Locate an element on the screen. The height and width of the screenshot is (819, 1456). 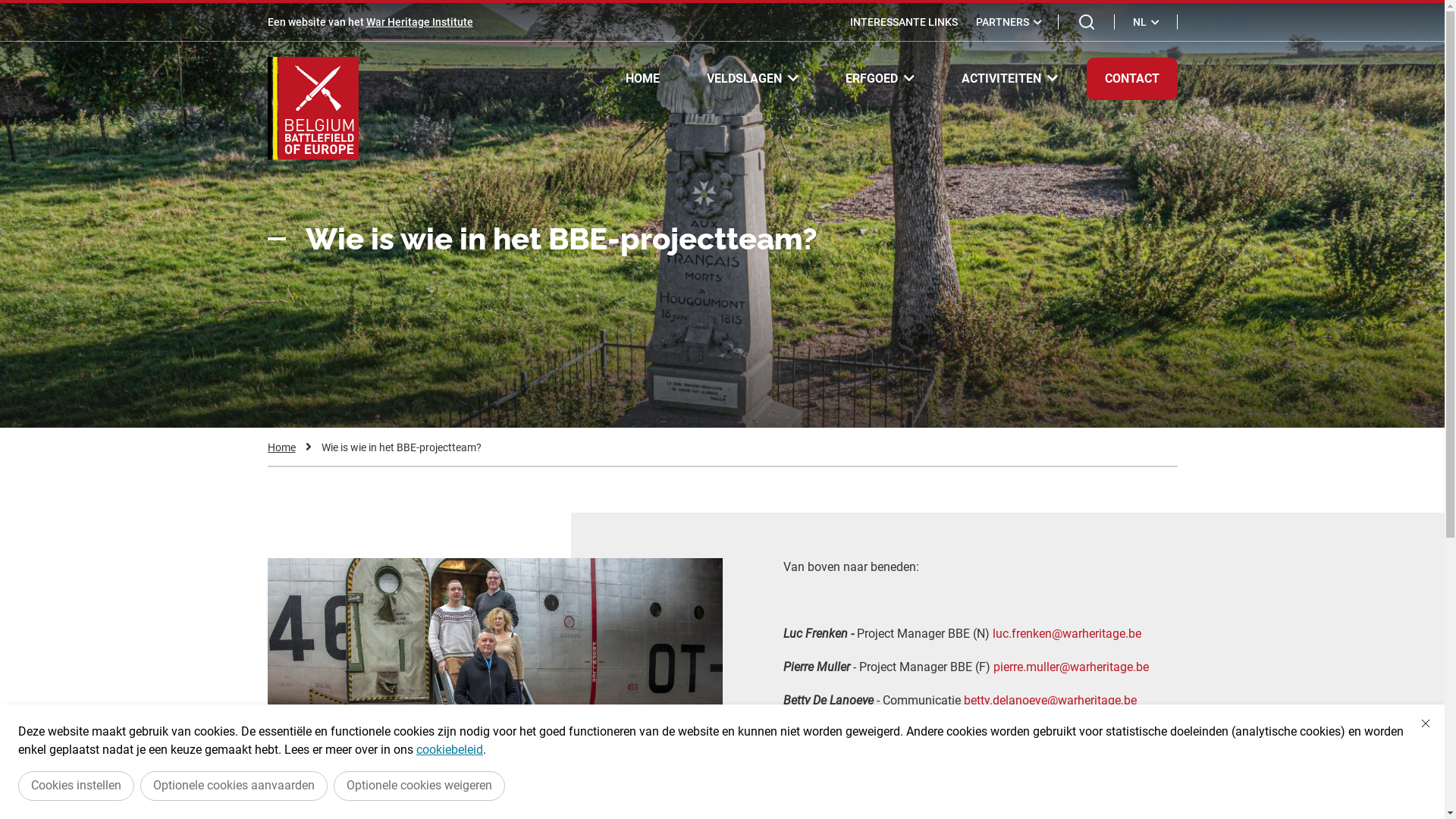
'pierre.muller@warheritage.be' is located at coordinates (1070, 666).